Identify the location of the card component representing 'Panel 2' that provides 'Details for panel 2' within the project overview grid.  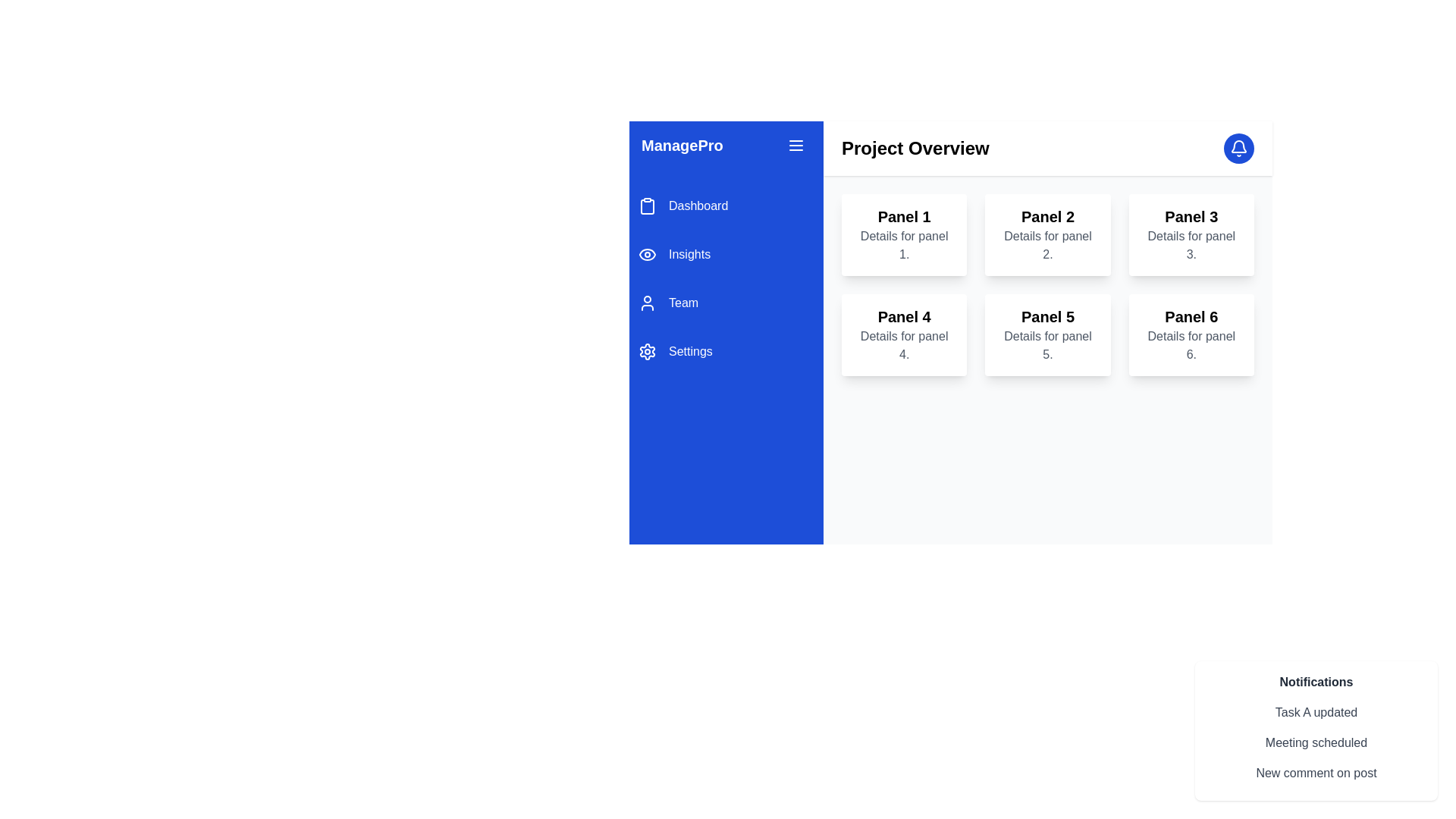
(1047, 234).